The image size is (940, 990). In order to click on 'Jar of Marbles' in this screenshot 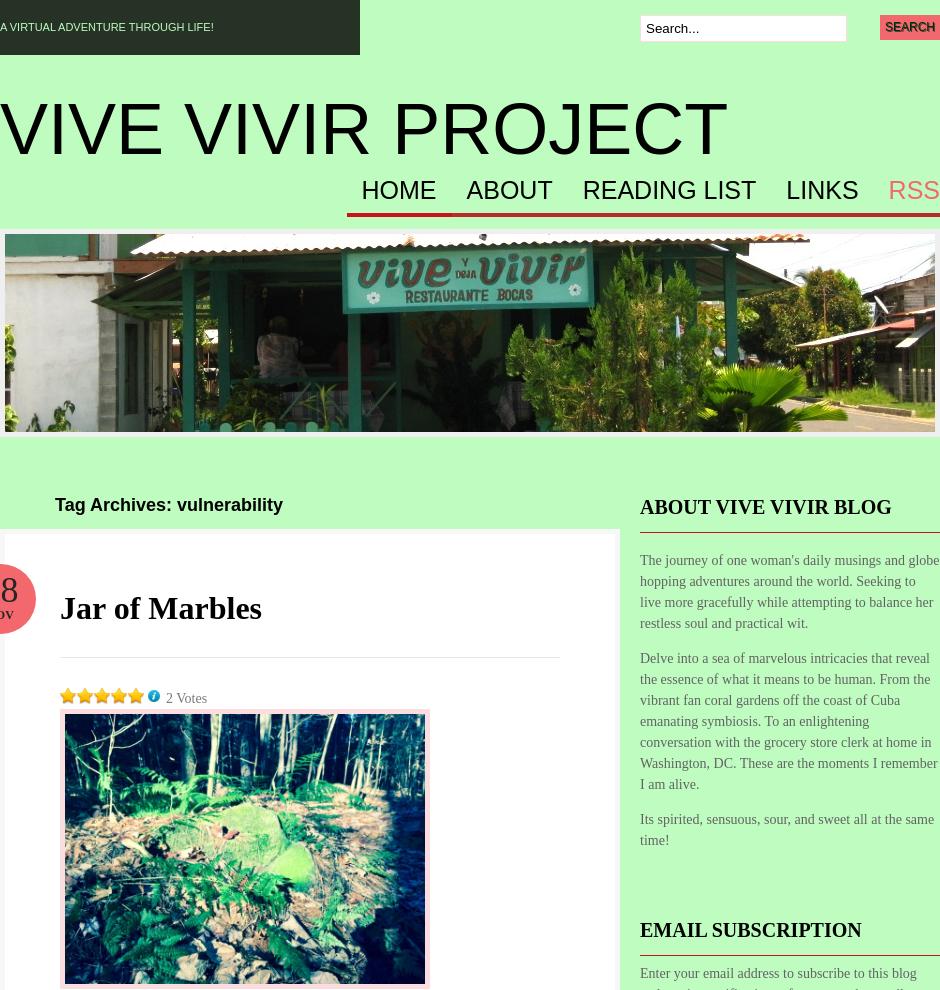, I will do `click(161, 606)`.